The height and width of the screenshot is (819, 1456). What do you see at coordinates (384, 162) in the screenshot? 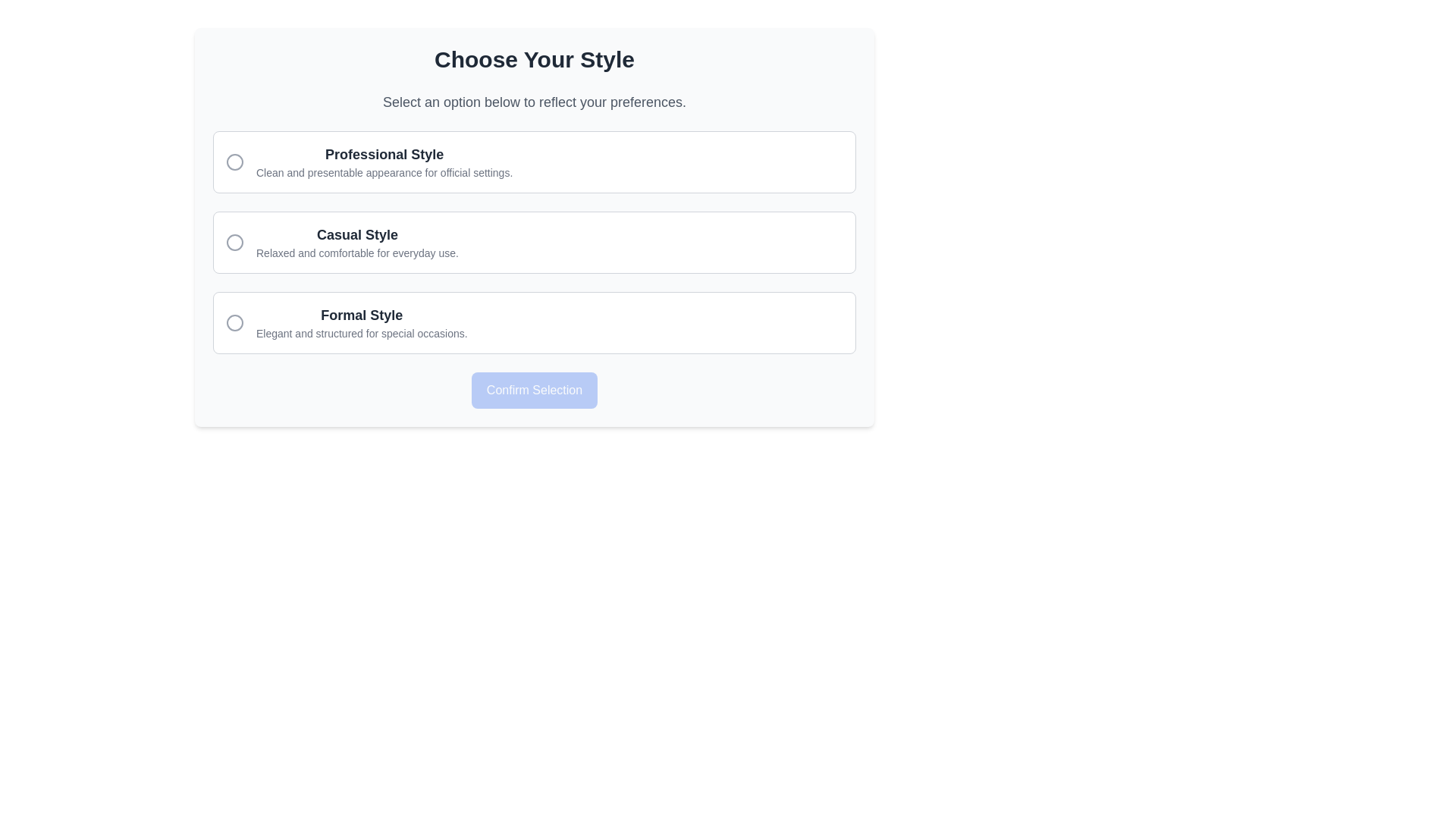
I see `the radio button option labeled 'Professional Style', which is the first option in the vertical list under 'Choose Your Style'` at bounding box center [384, 162].